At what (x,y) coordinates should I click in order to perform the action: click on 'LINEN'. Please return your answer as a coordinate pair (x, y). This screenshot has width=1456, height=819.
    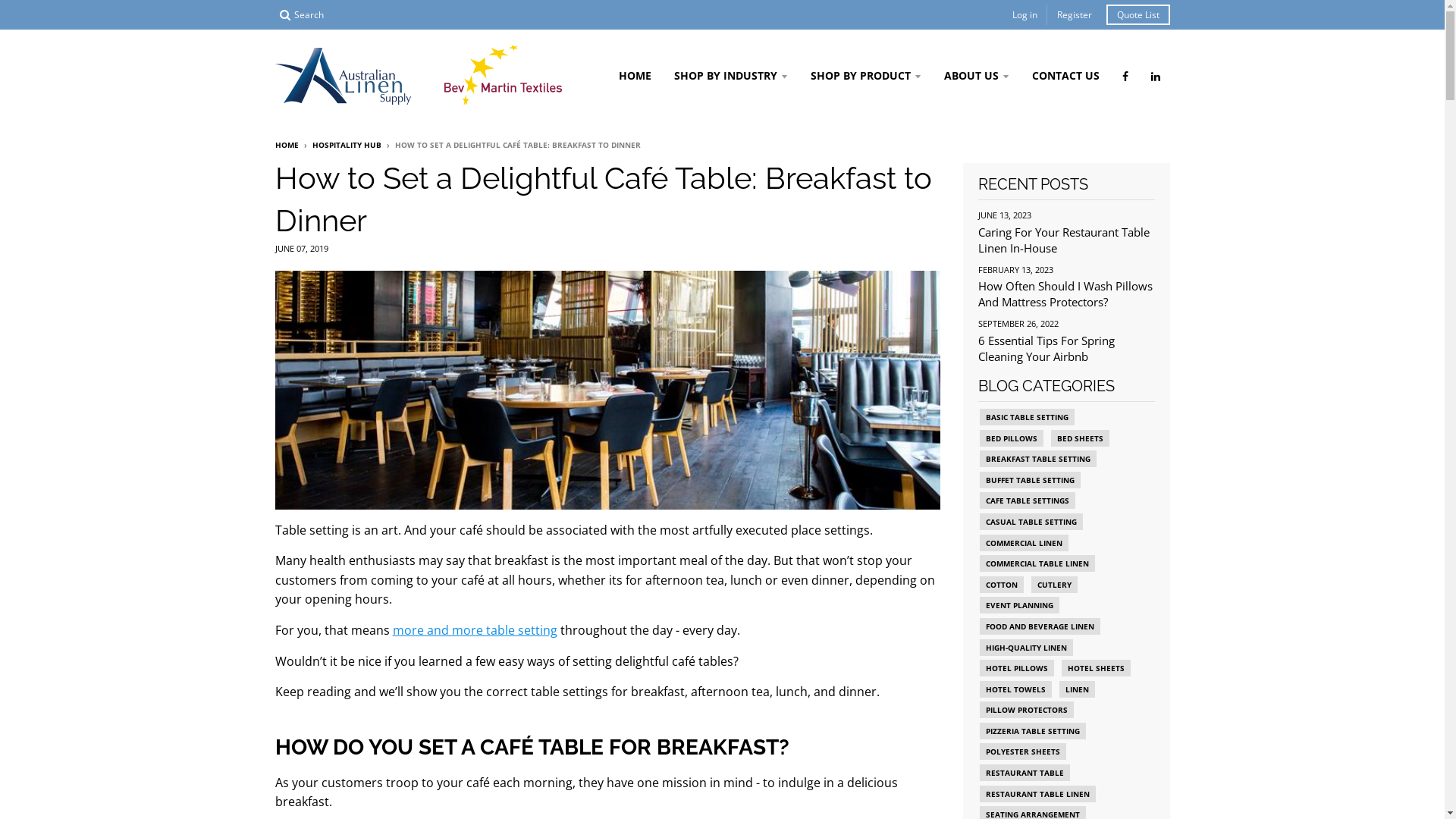
    Looking at the image, I should click on (1076, 689).